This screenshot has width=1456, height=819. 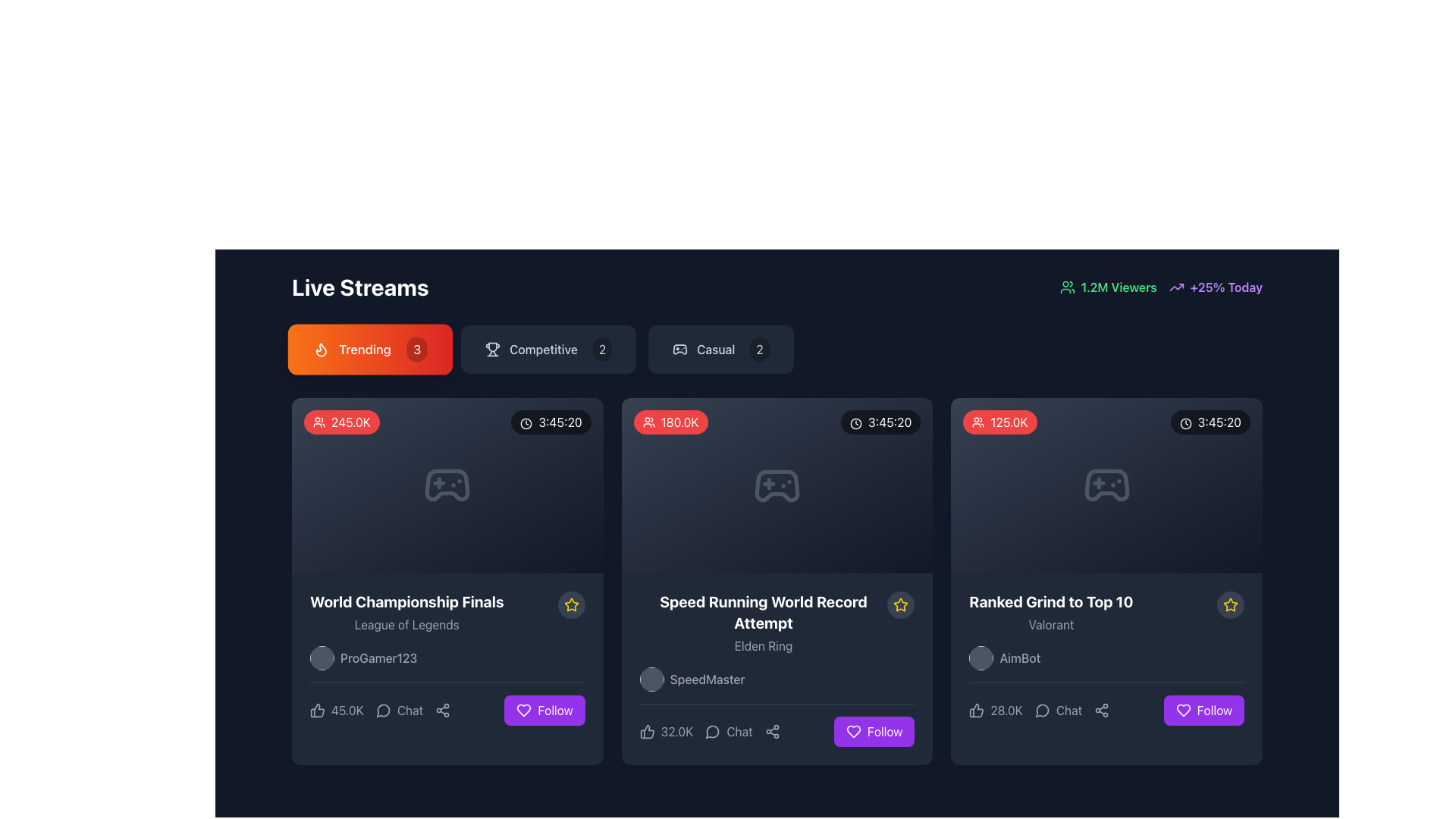 What do you see at coordinates (1214, 711) in the screenshot?
I see `the 'Follow' button located at the bottom right of the card in the third column of the 'Live Streams' section` at bounding box center [1214, 711].